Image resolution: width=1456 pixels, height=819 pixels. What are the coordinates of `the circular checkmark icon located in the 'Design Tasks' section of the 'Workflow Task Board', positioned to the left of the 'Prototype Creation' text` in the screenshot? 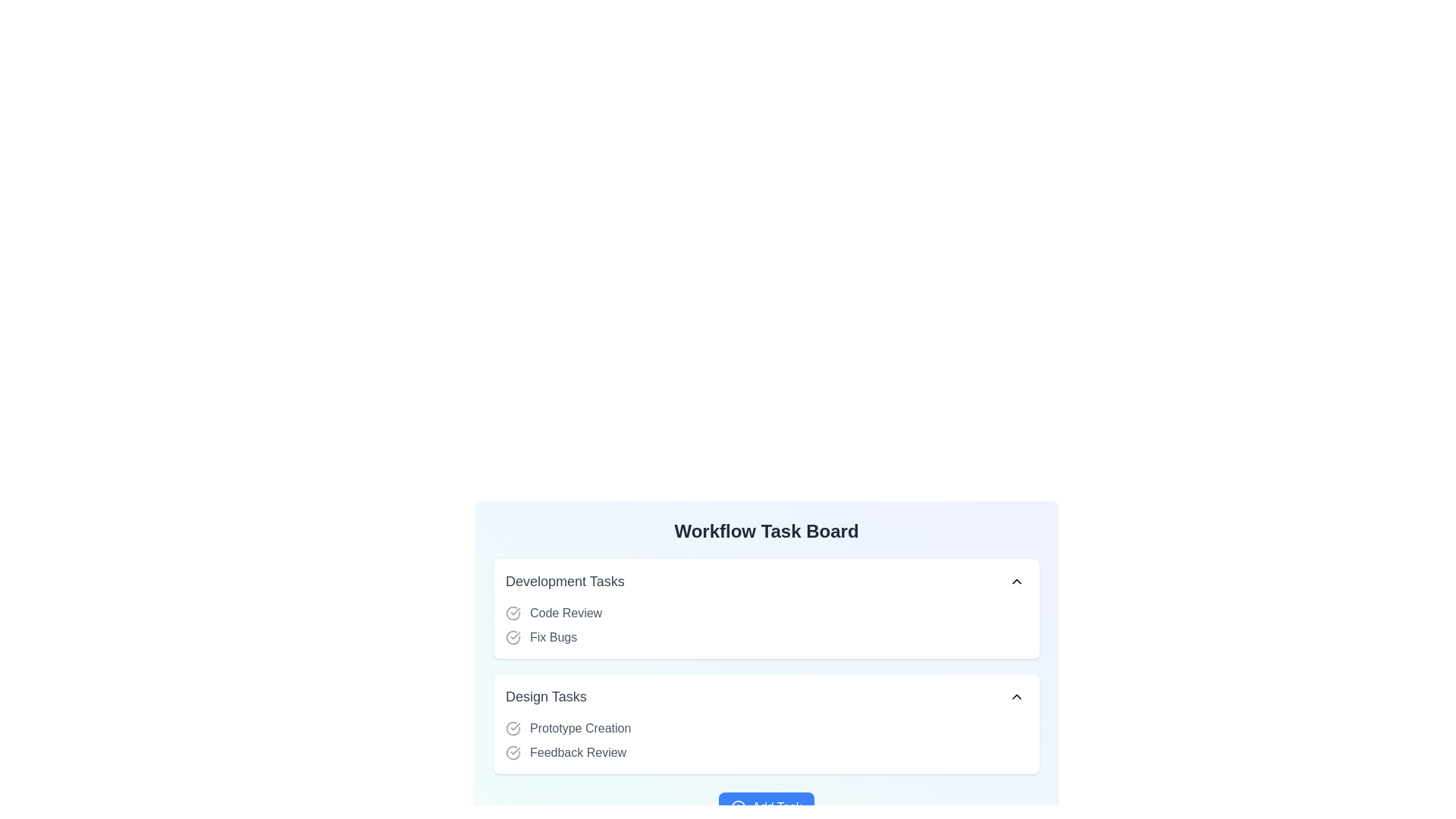 It's located at (513, 727).